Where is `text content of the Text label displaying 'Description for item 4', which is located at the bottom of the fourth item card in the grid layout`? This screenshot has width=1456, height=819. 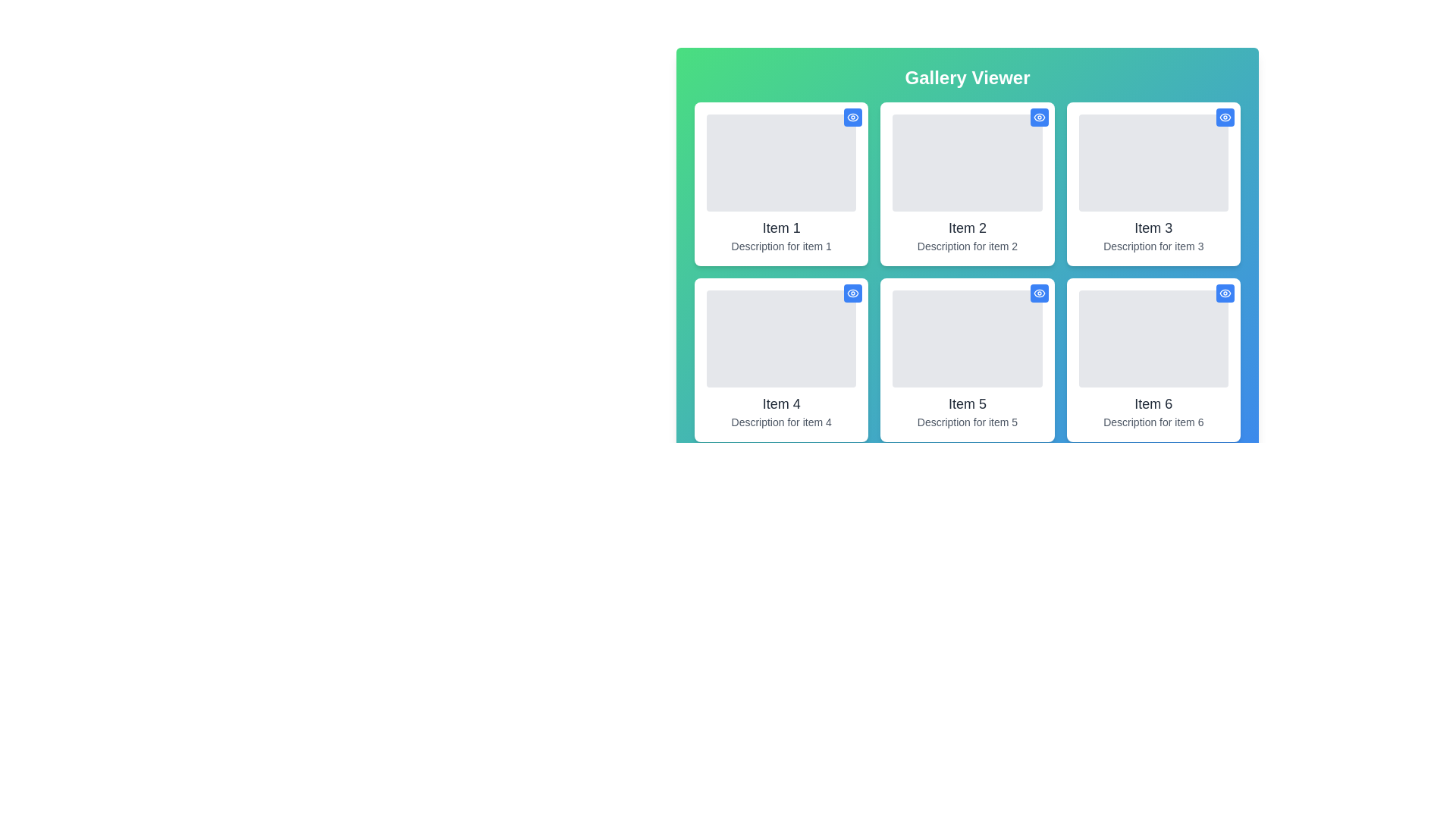
text content of the Text label displaying 'Description for item 4', which is located at the bottom of the fourth item card in the grid layout is located at coordinates (781, 422).